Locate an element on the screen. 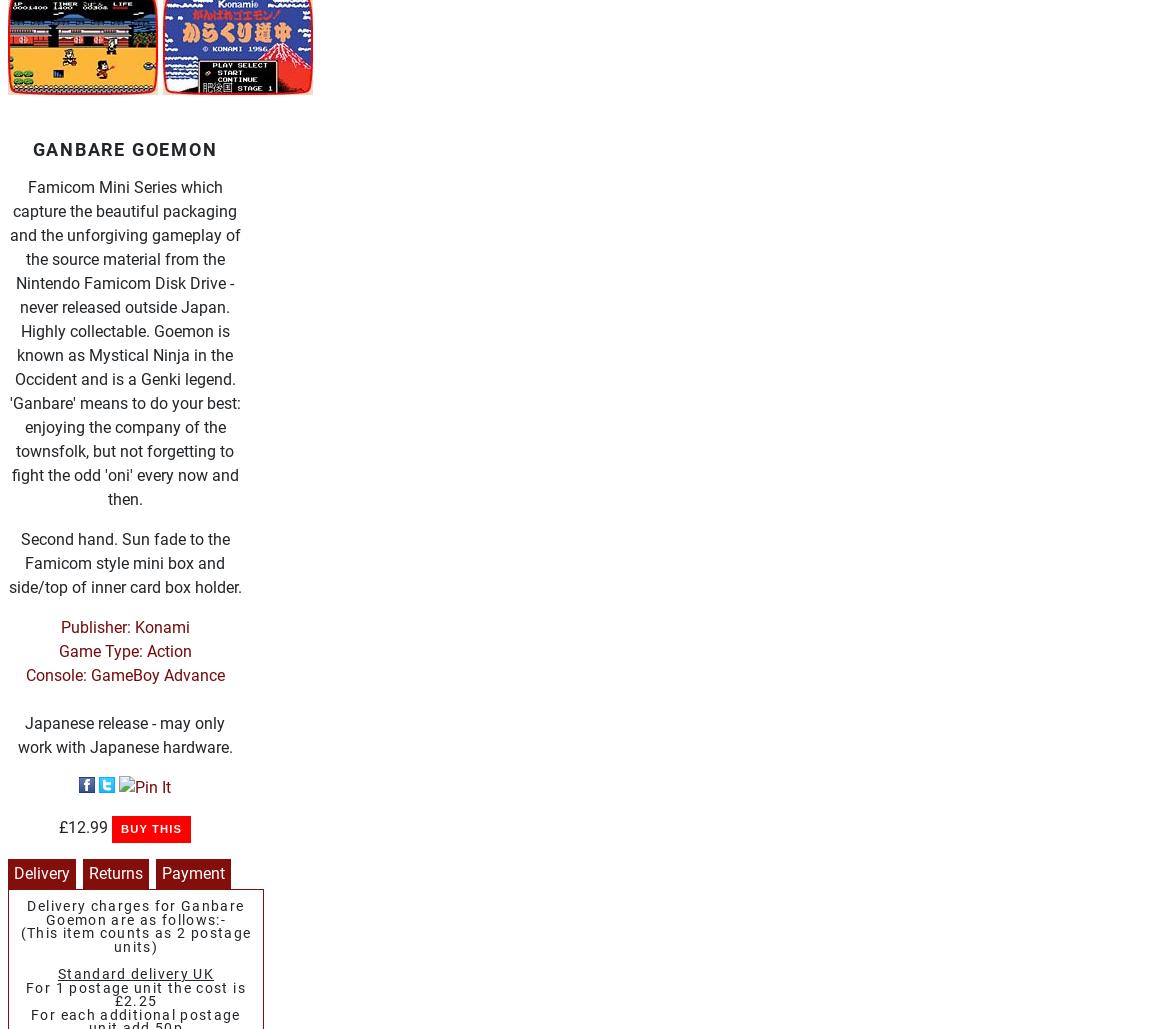 Image resolution: width=1176 pixels, height=1029 pixels. 'Nintendo DS' is located at coordinates (154, 93).